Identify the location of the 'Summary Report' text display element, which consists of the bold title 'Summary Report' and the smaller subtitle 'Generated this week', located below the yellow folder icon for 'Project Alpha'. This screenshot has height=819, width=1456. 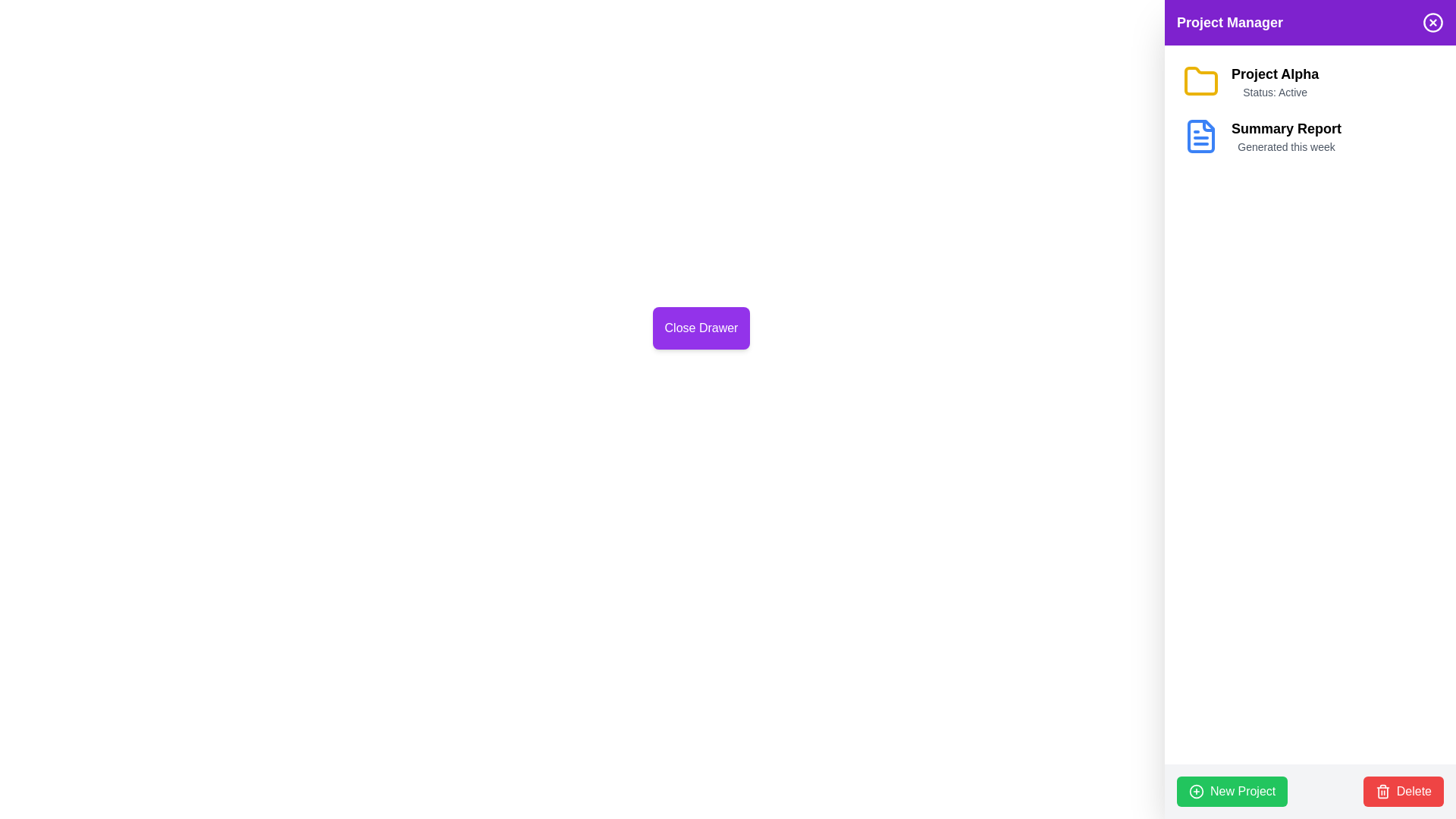
(1285, 136).